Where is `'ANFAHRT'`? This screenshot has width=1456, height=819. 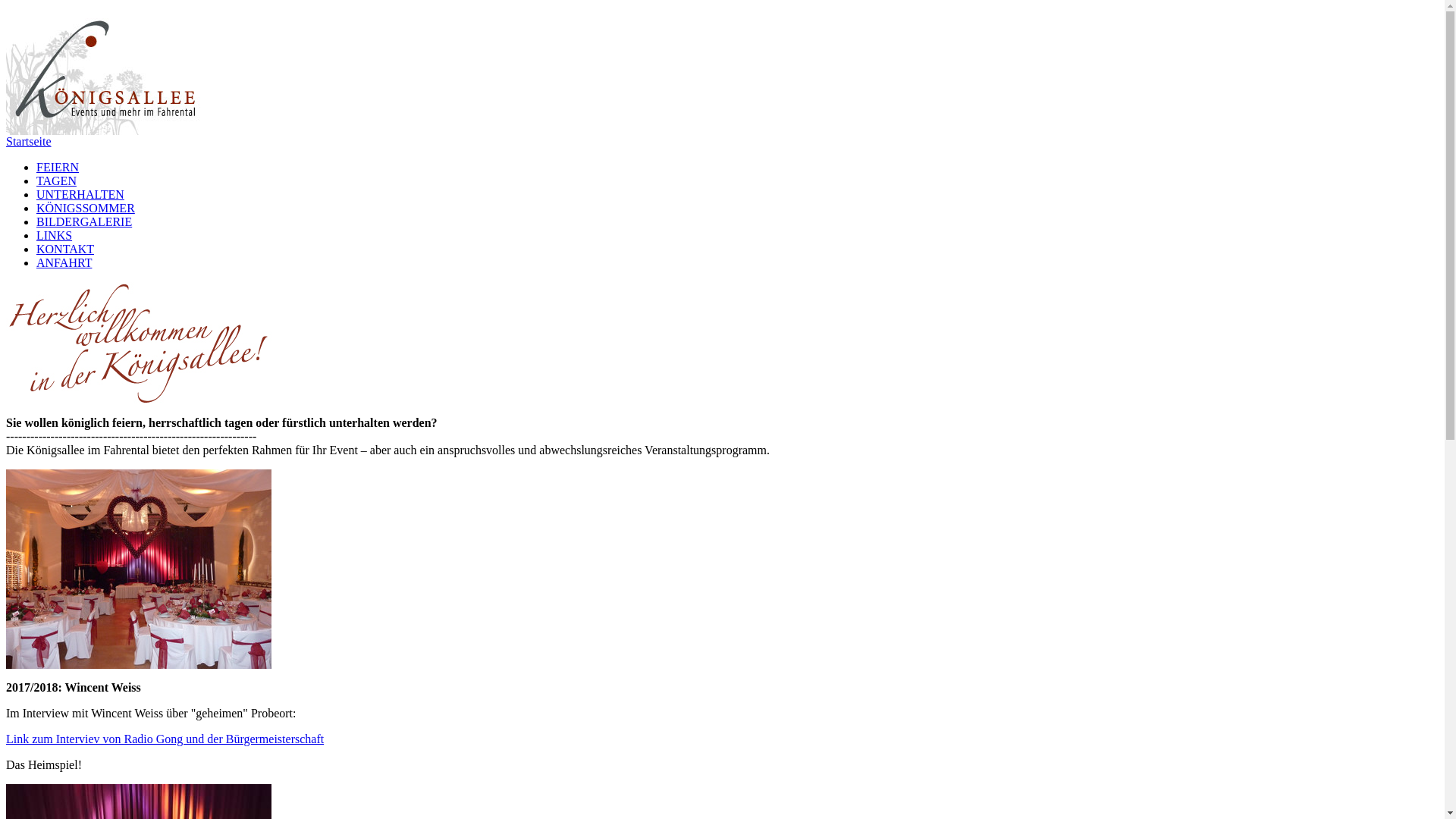 'ANFAHRT' is located at coordinates (36, 262).